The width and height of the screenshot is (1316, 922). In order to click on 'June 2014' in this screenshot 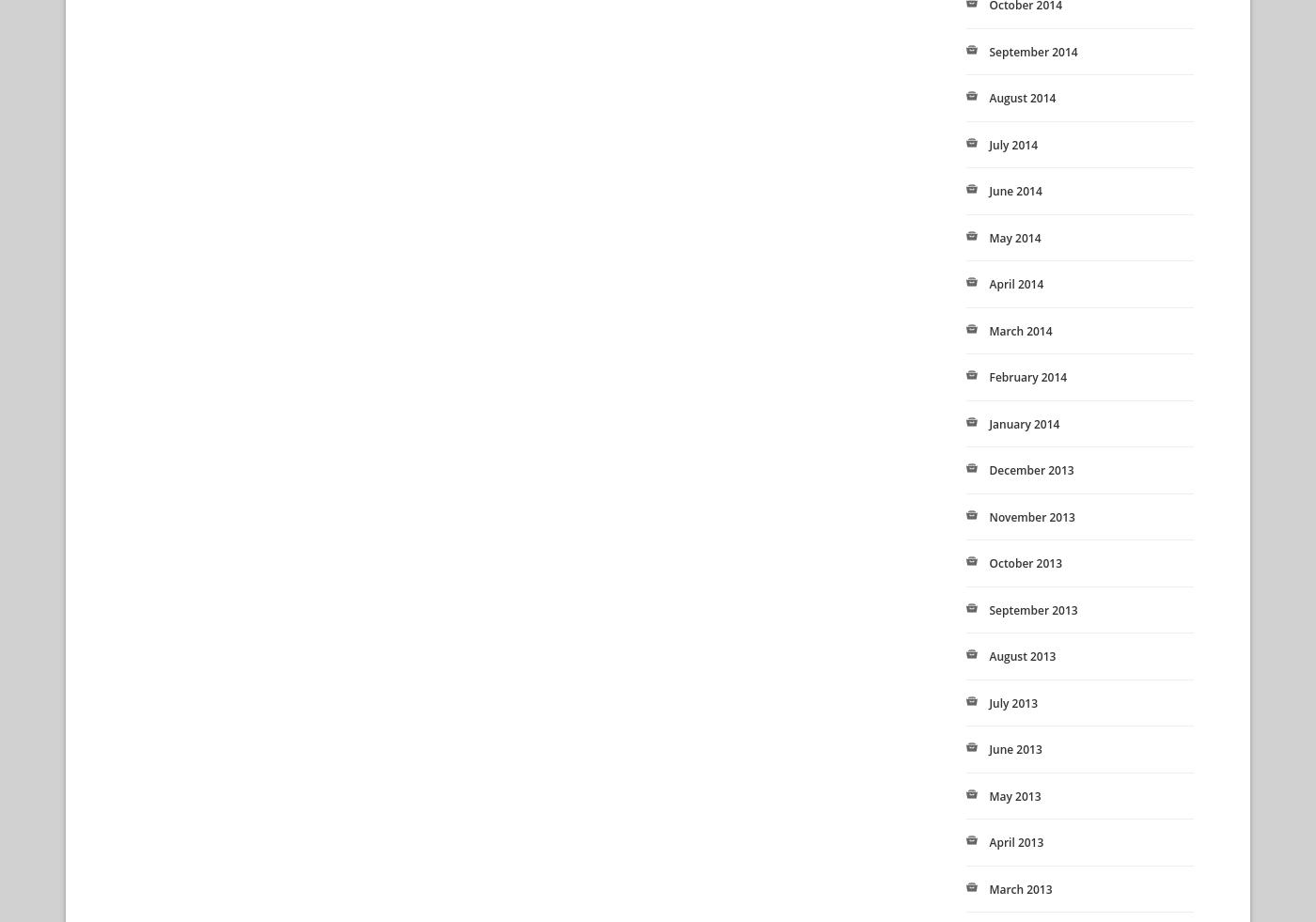, I will do `click(1014, 190)`.